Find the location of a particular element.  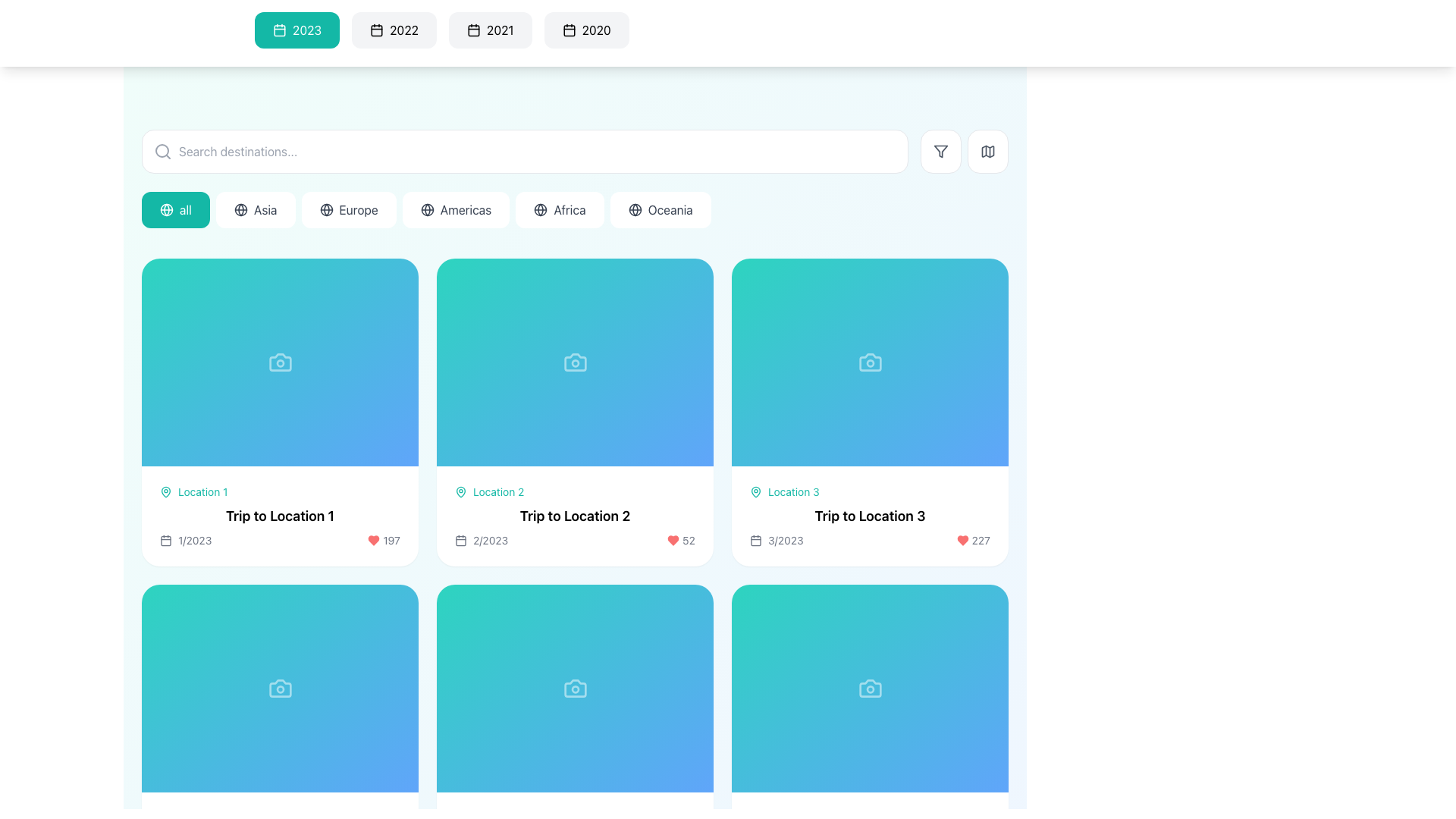

the 'Europe' filter button, which is the third option in the horizontal list of regions under the search bar is located at coordinates (348, 210).